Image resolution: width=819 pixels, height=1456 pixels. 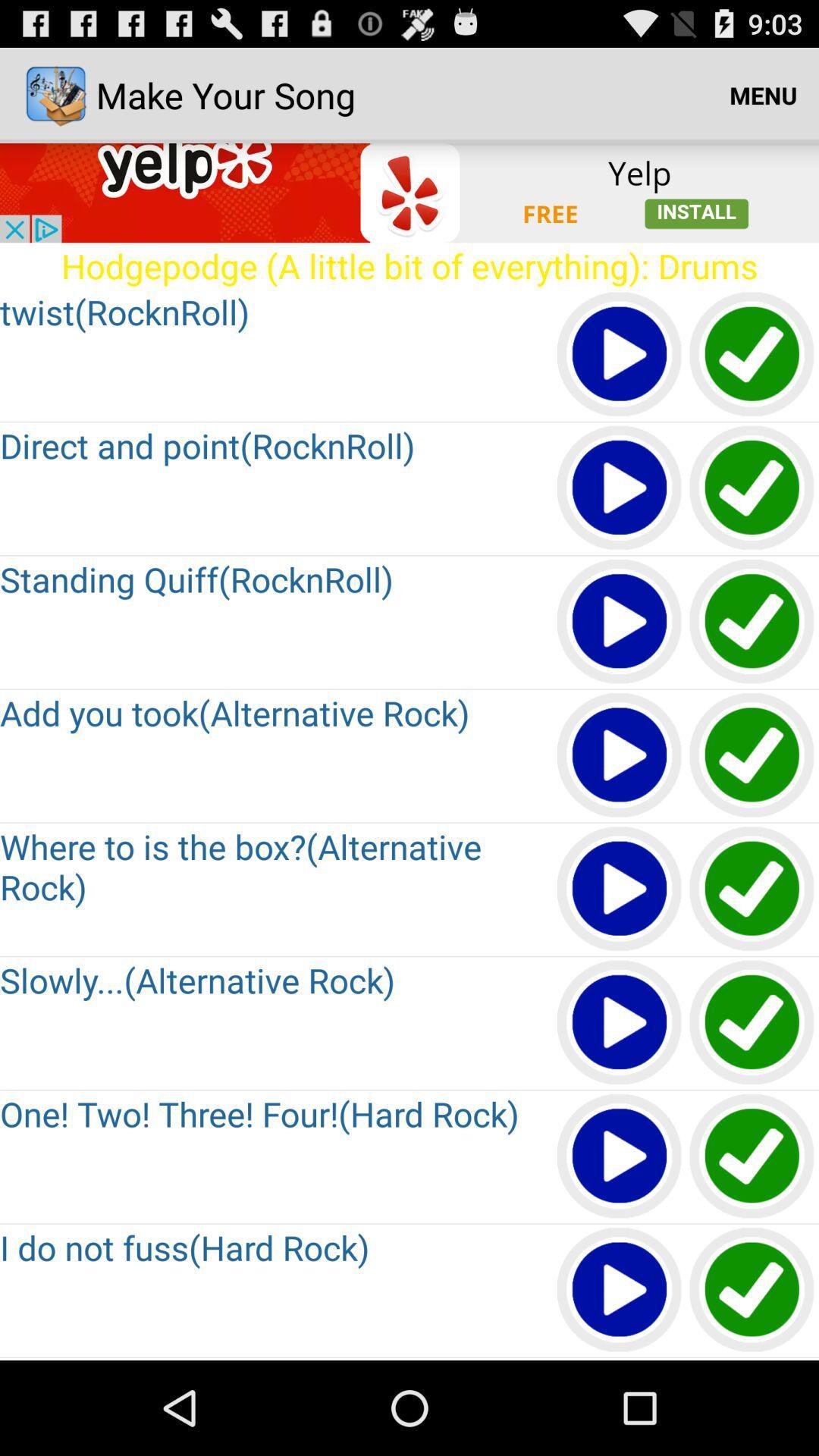 I want to click on song selection, so click(x=752, y=890).